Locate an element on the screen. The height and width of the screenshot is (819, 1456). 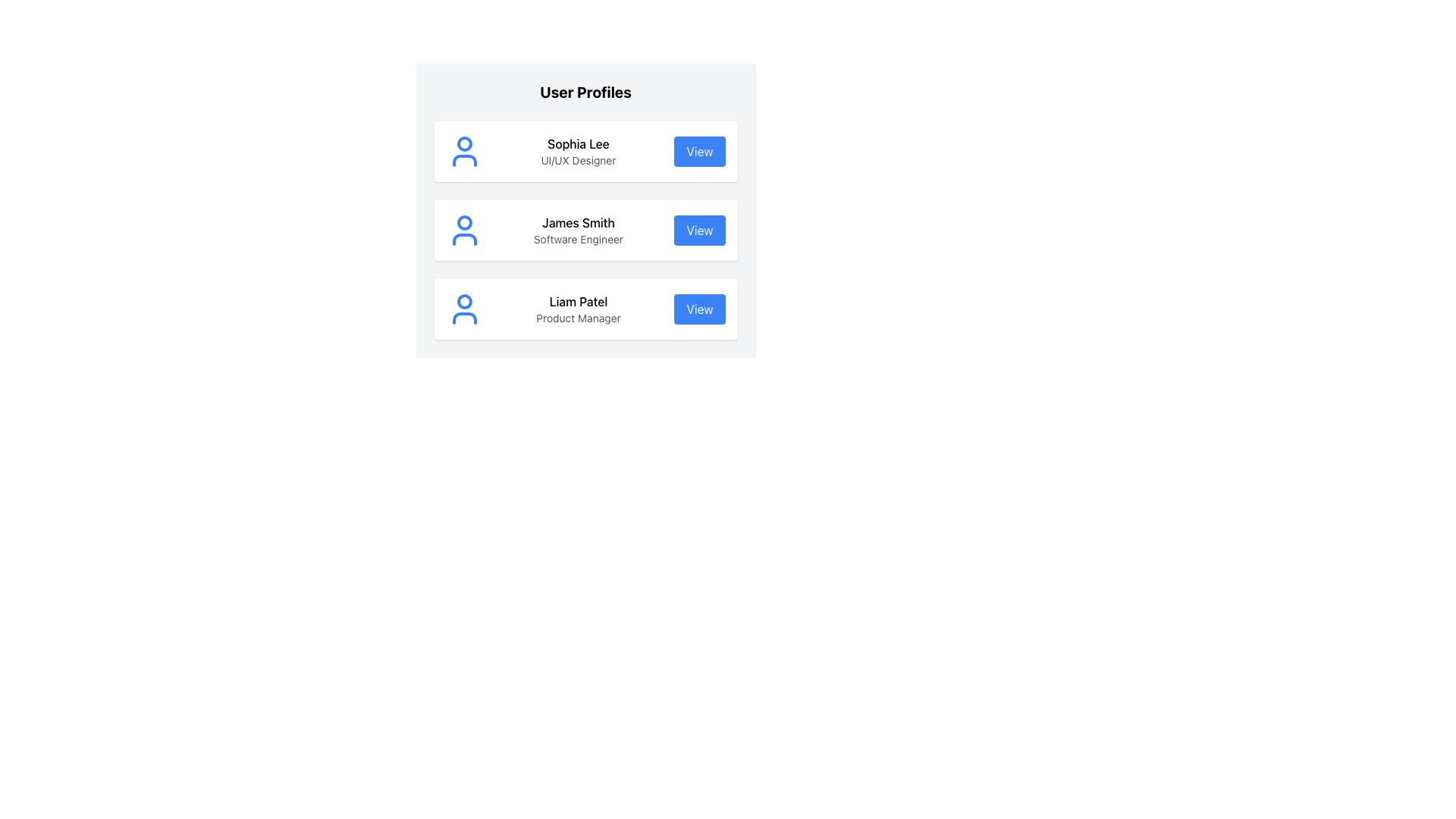
the lower part of the user icon representing 'James Smith' in the user profile list is located at coordinates (463, 239).